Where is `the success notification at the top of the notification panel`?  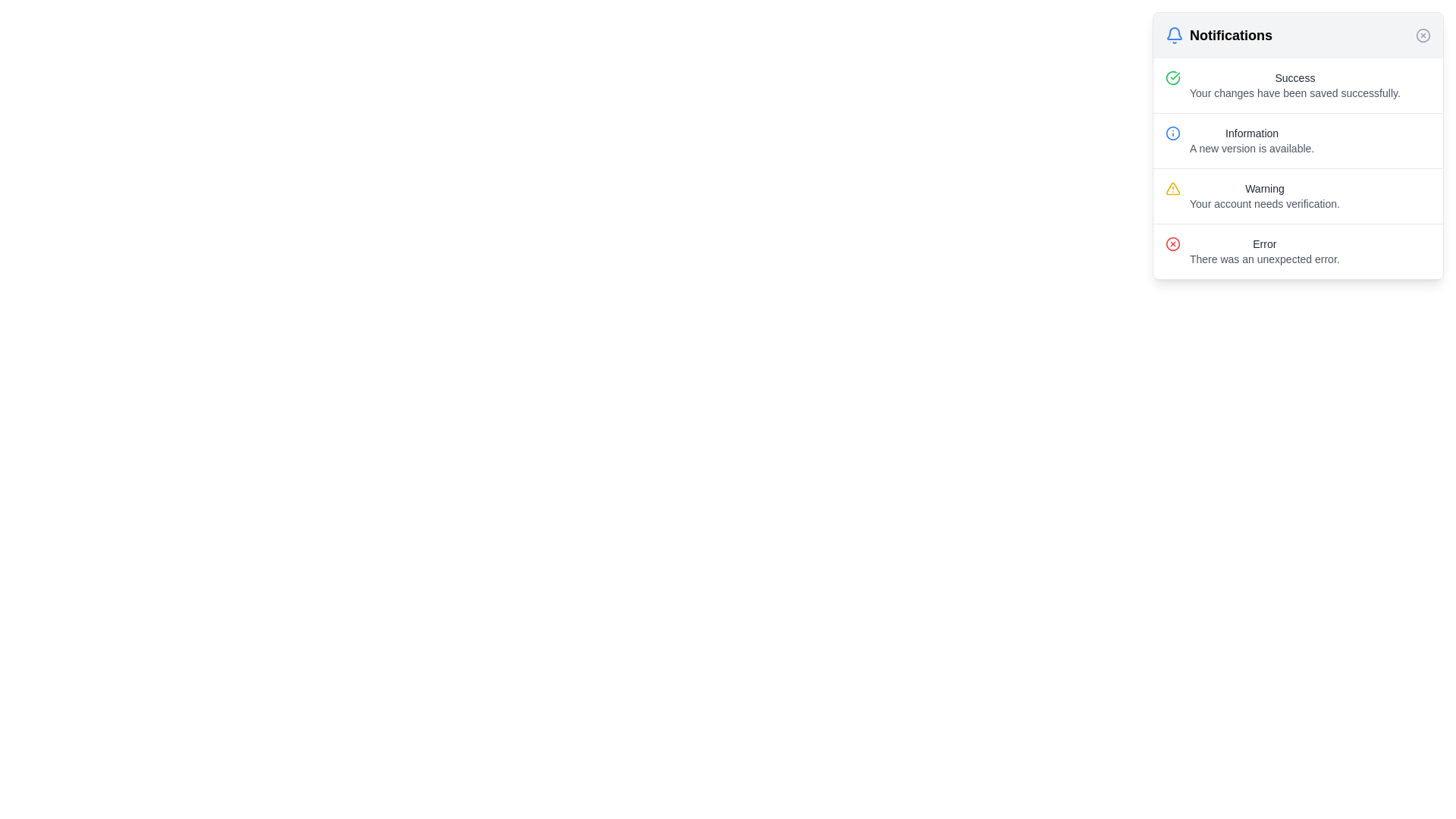
the success notification at the top of the notification panel is located at coordinates (1298, 85).